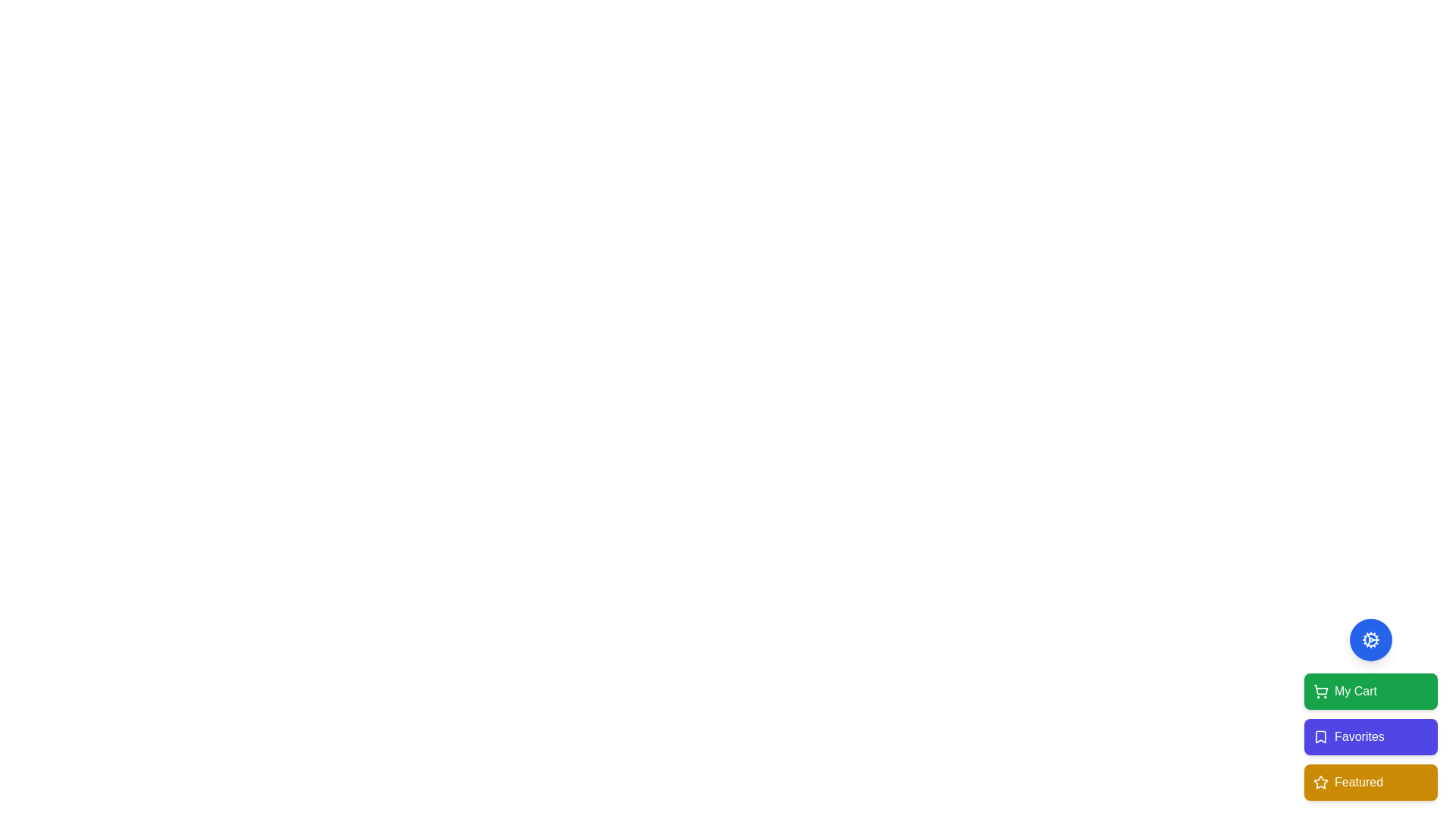  Describe the element at coordinates (1320, 783) in the screenshot. I see `the star-shaped icon outlined with yellowish-orange strokes, which is located to the left of the text 'Featured'` at that location.